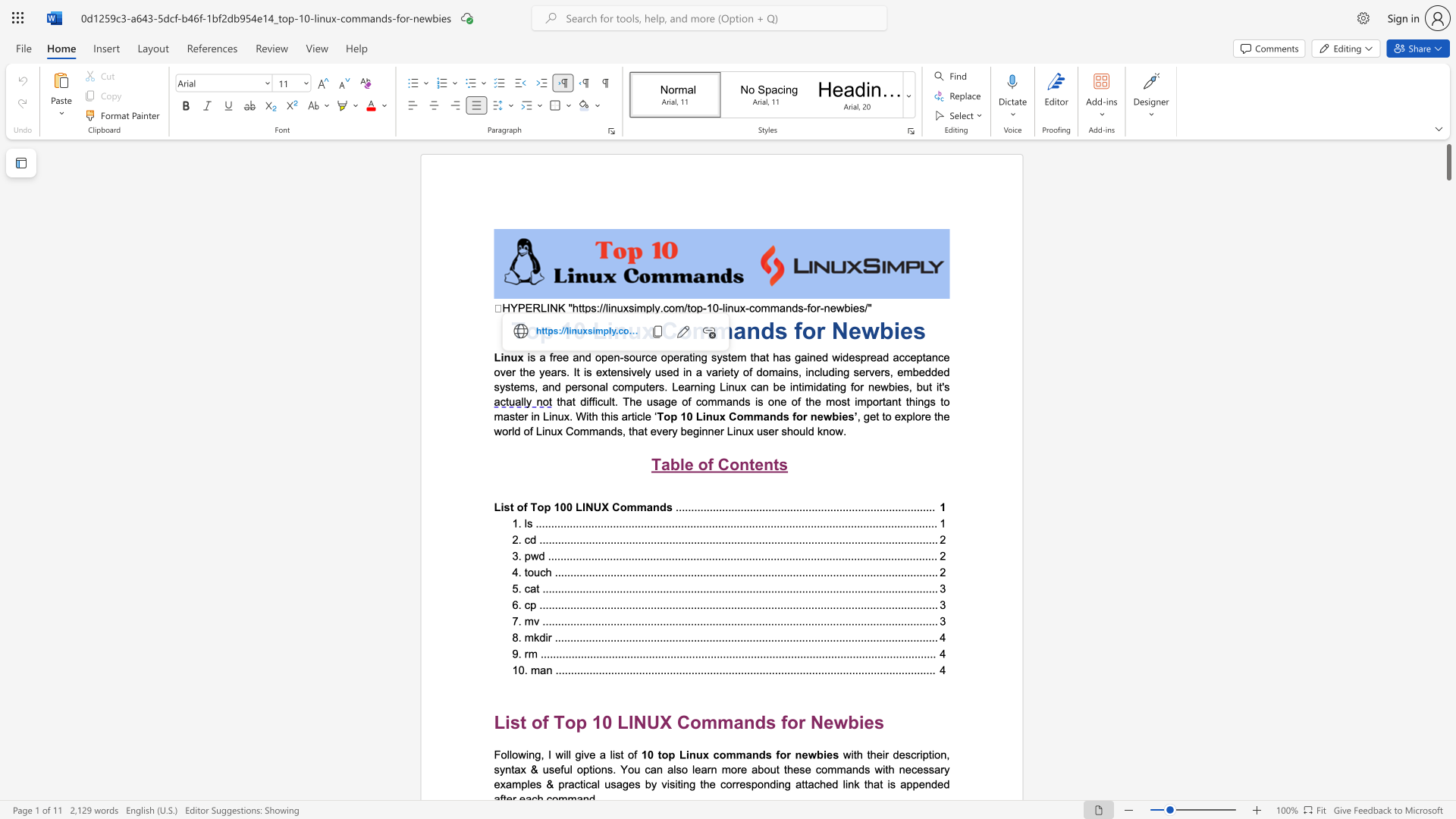  What do you see at coordinates (906, 330) in the screenshot?
I see `the 2th character "e" in the text` at bounding box center [906, 330].